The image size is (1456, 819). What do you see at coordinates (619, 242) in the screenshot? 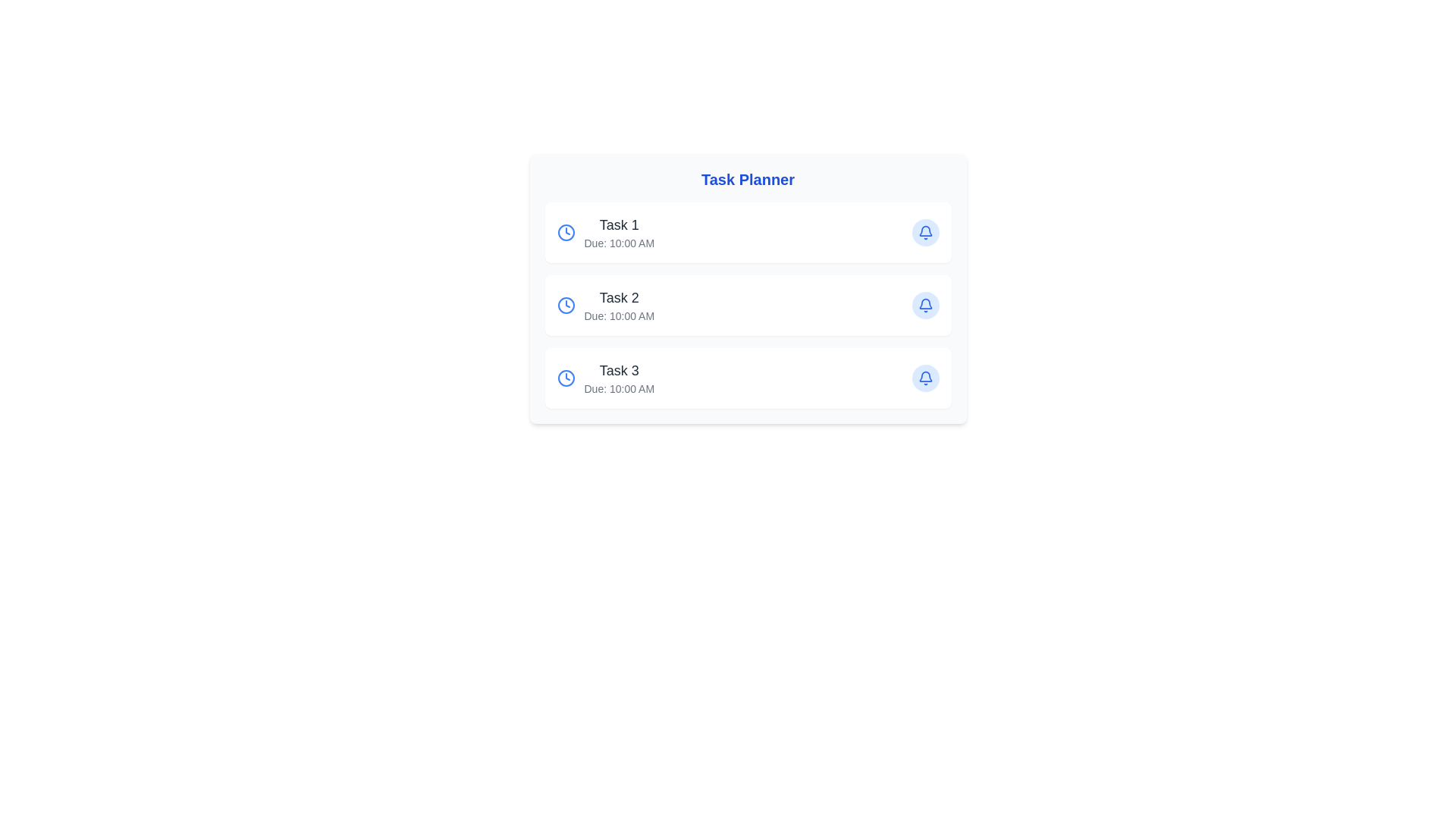
I see `due time from the text label that displays 'Due: 10:00 AM', located directly below 'Task 1' in the first task card of the 'Task Planner' list` at bounding box center [619, 242].